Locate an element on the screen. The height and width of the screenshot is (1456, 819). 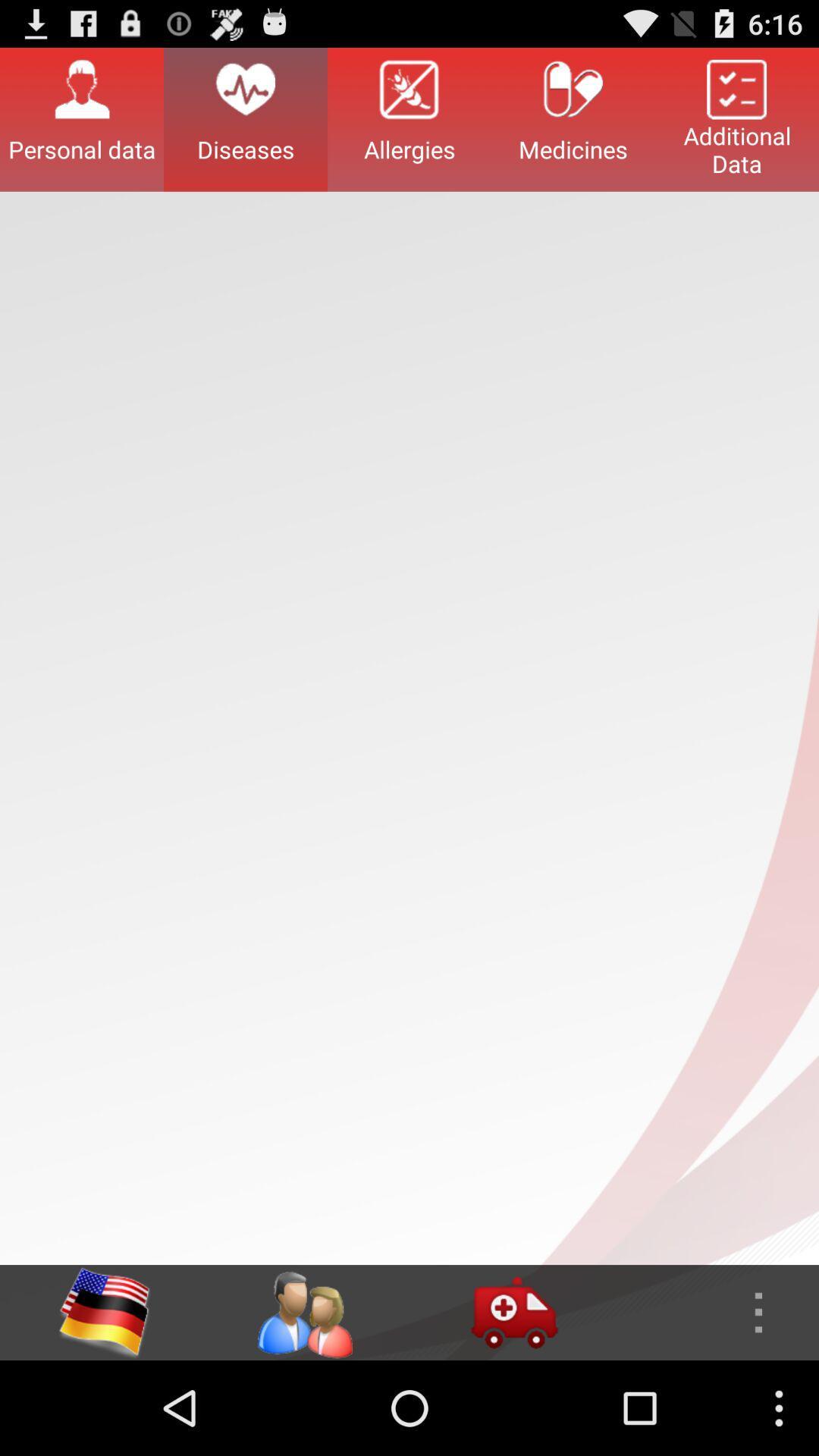
the icon to the right of allergies icon is located at coordinates (573, 118).